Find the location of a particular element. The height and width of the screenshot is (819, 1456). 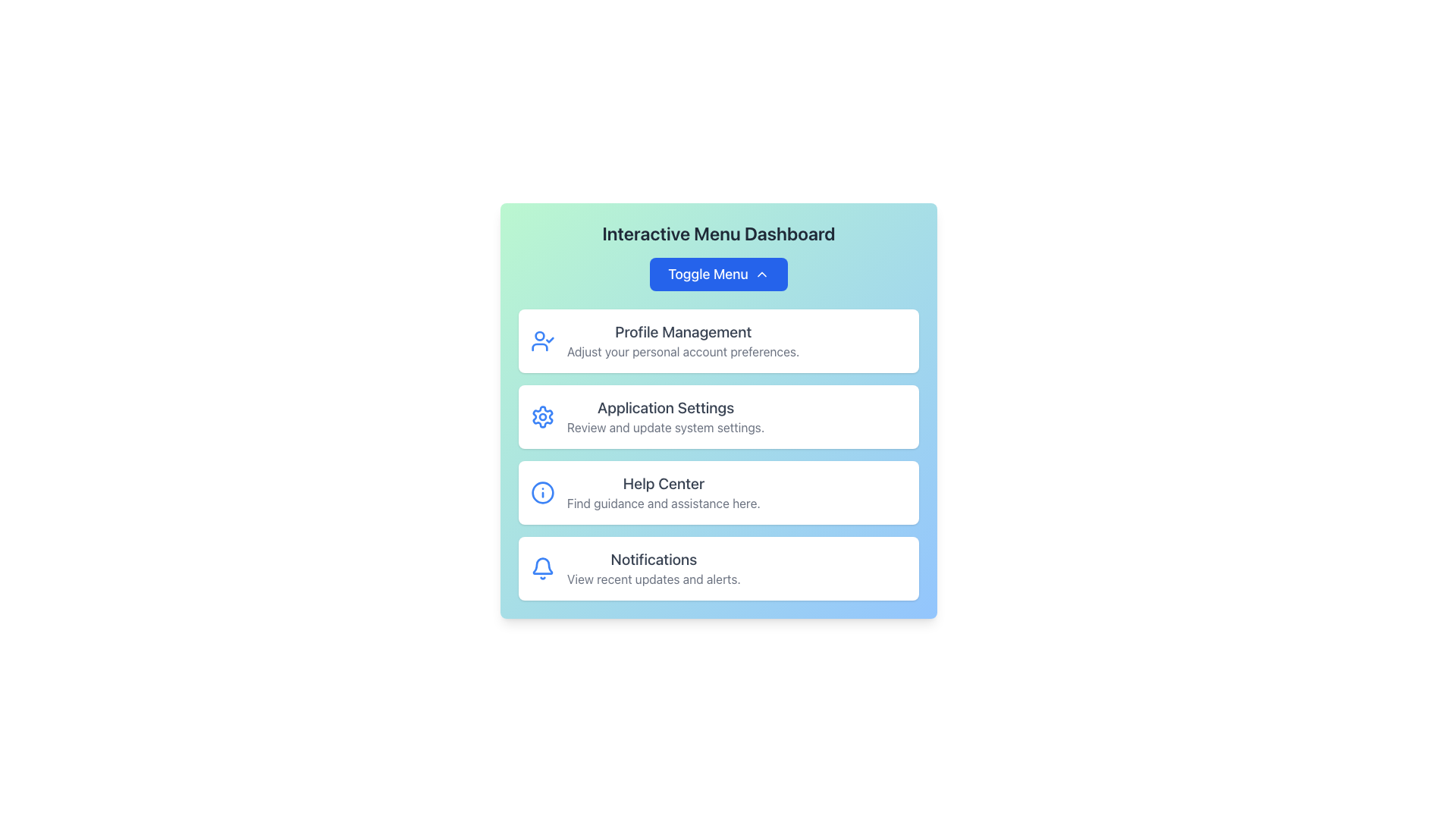

the informative text label that reads 'Find guidance and assistance here.' located in the 'Help Center' section, positioned below the heading 'Help Center.' is located at coordinates (664, 503).